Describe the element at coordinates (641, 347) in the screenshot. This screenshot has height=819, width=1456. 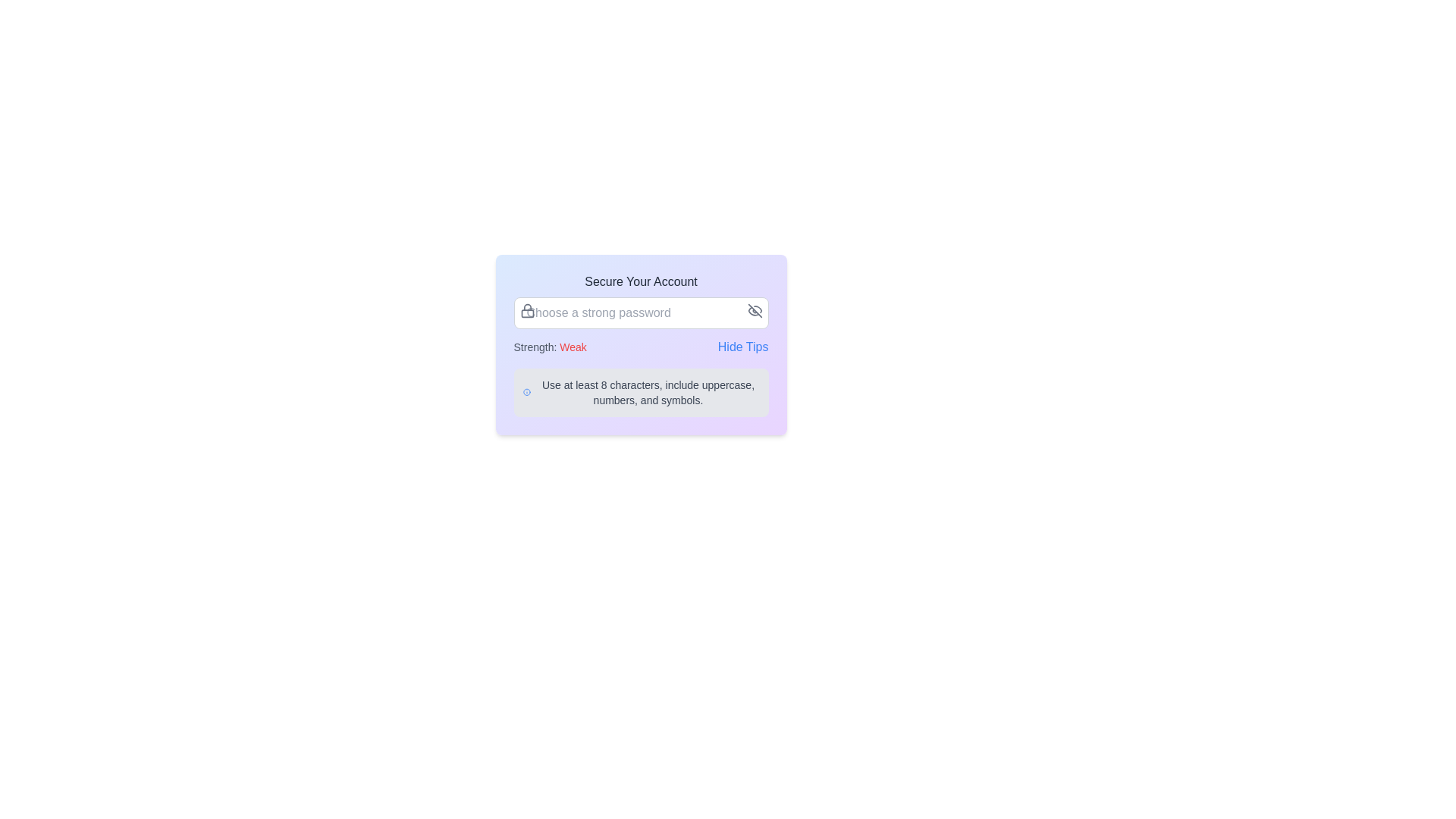
I see `displayed strength information from the informative text element that shows 'Strength: Weak' with 'Weak' highlighted in red and includes a clickable link labeled 'Hide Tips'` at that location.